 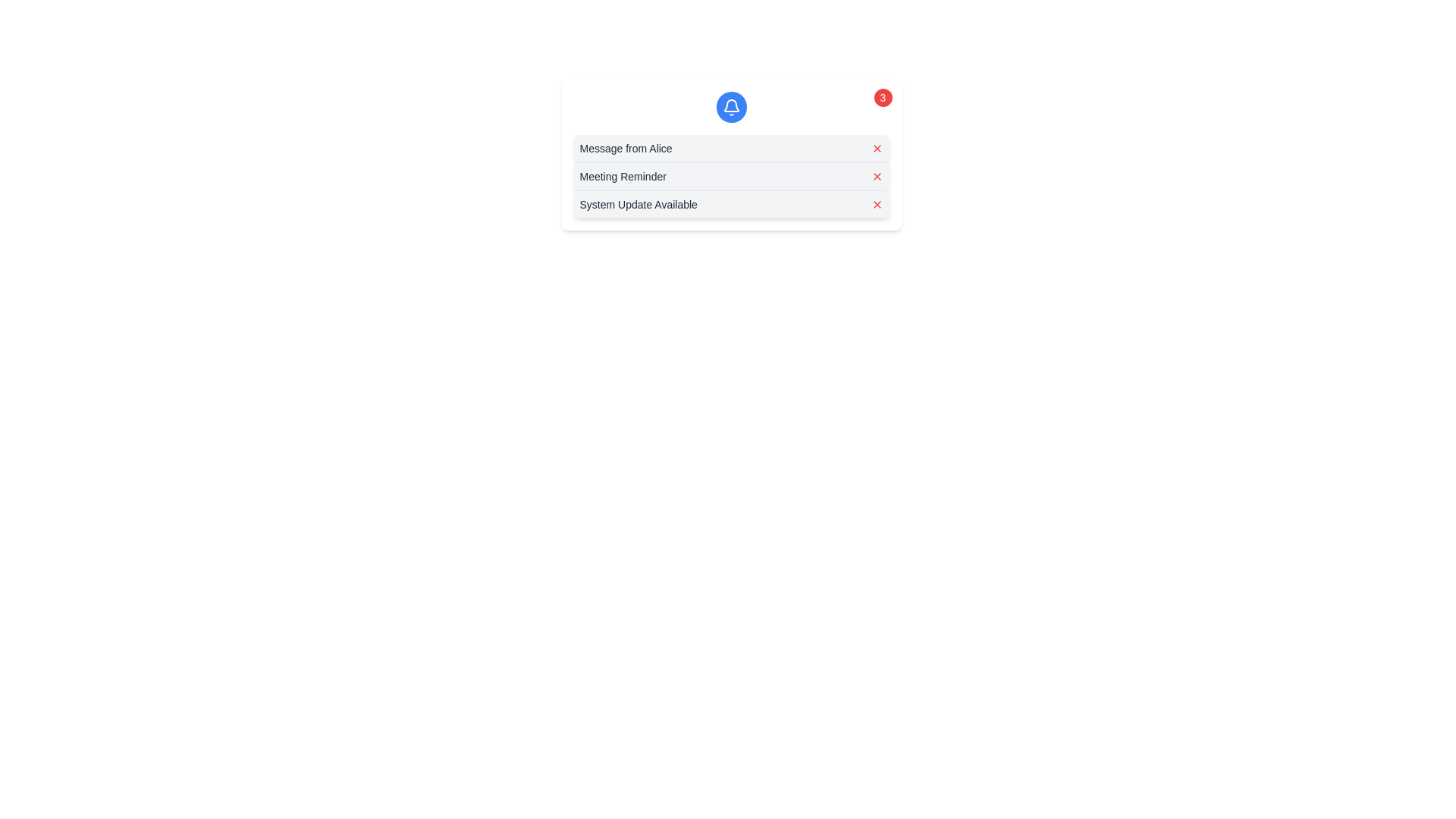 What do you see at coordinates (731, 148) in the screenshot?
I see `the first notification item with a dismiss button` at bounding box center [731, 148].